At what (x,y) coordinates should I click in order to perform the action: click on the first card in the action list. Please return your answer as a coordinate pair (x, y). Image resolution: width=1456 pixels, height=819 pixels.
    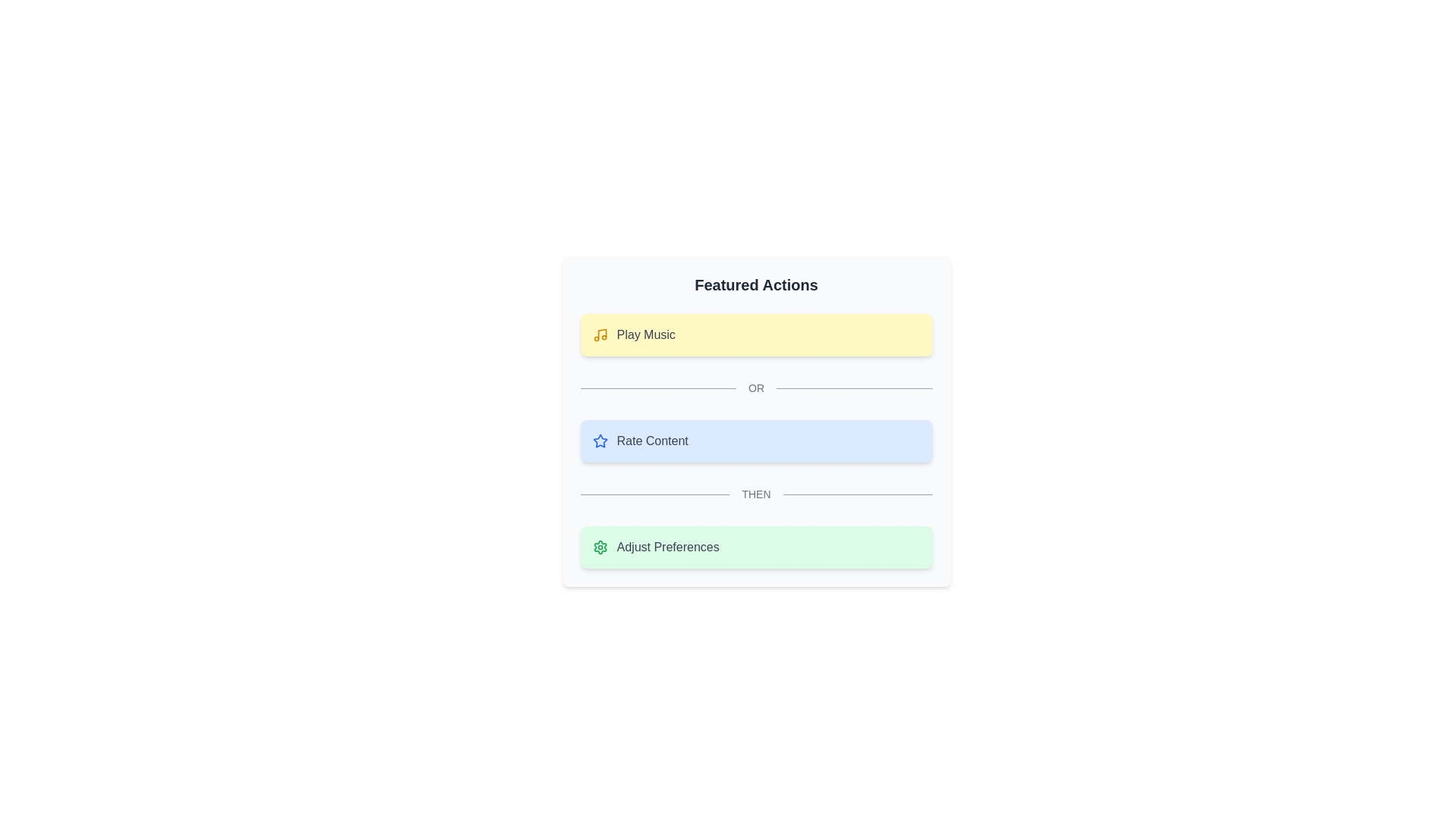
    Looking at the image, I should click on (756, 334).